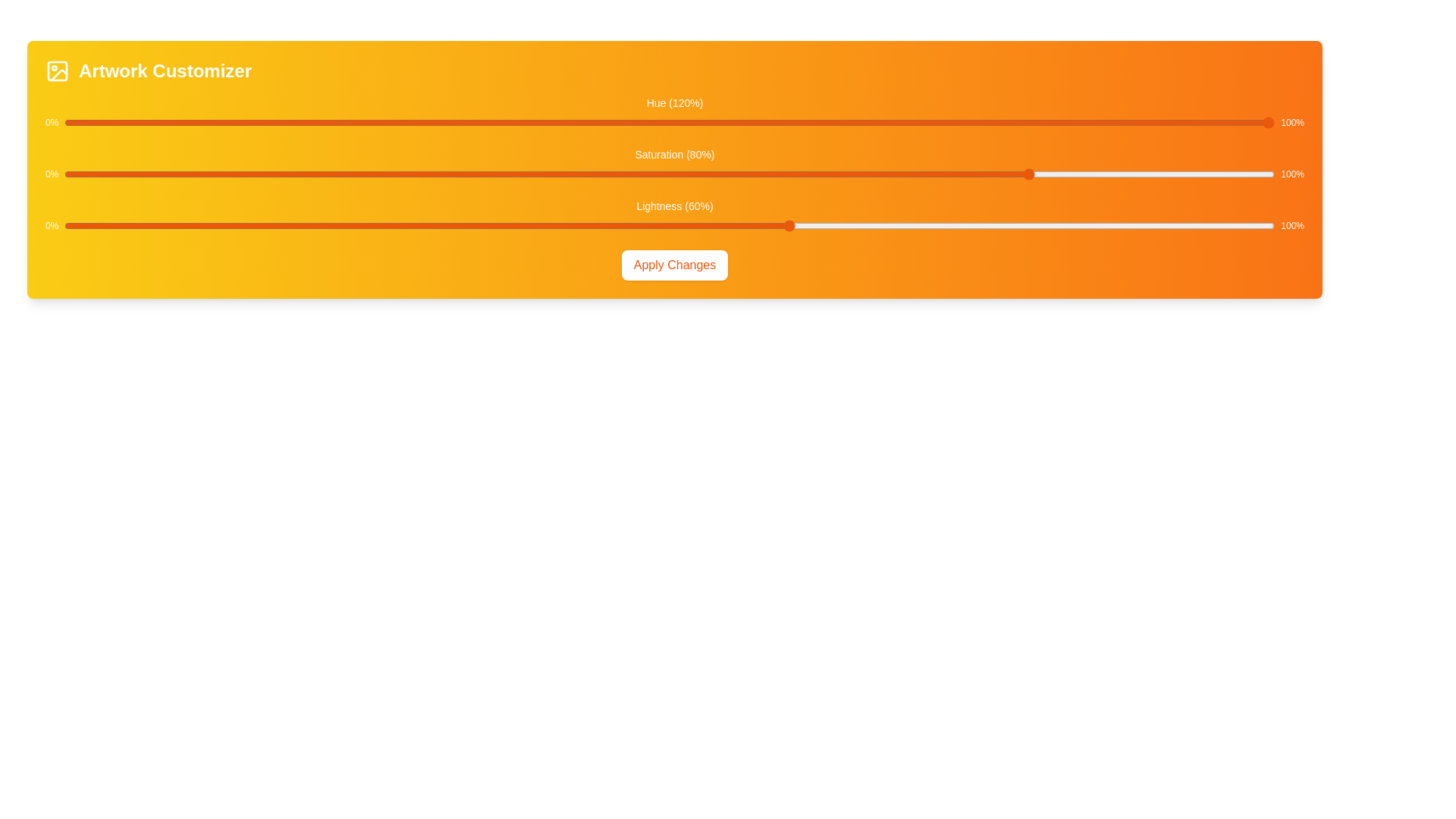  What do you see at coordinates (596, 122) in the screenshot?
I see `the hue slider to set its value to 44%` at bounding box center [596, 122].